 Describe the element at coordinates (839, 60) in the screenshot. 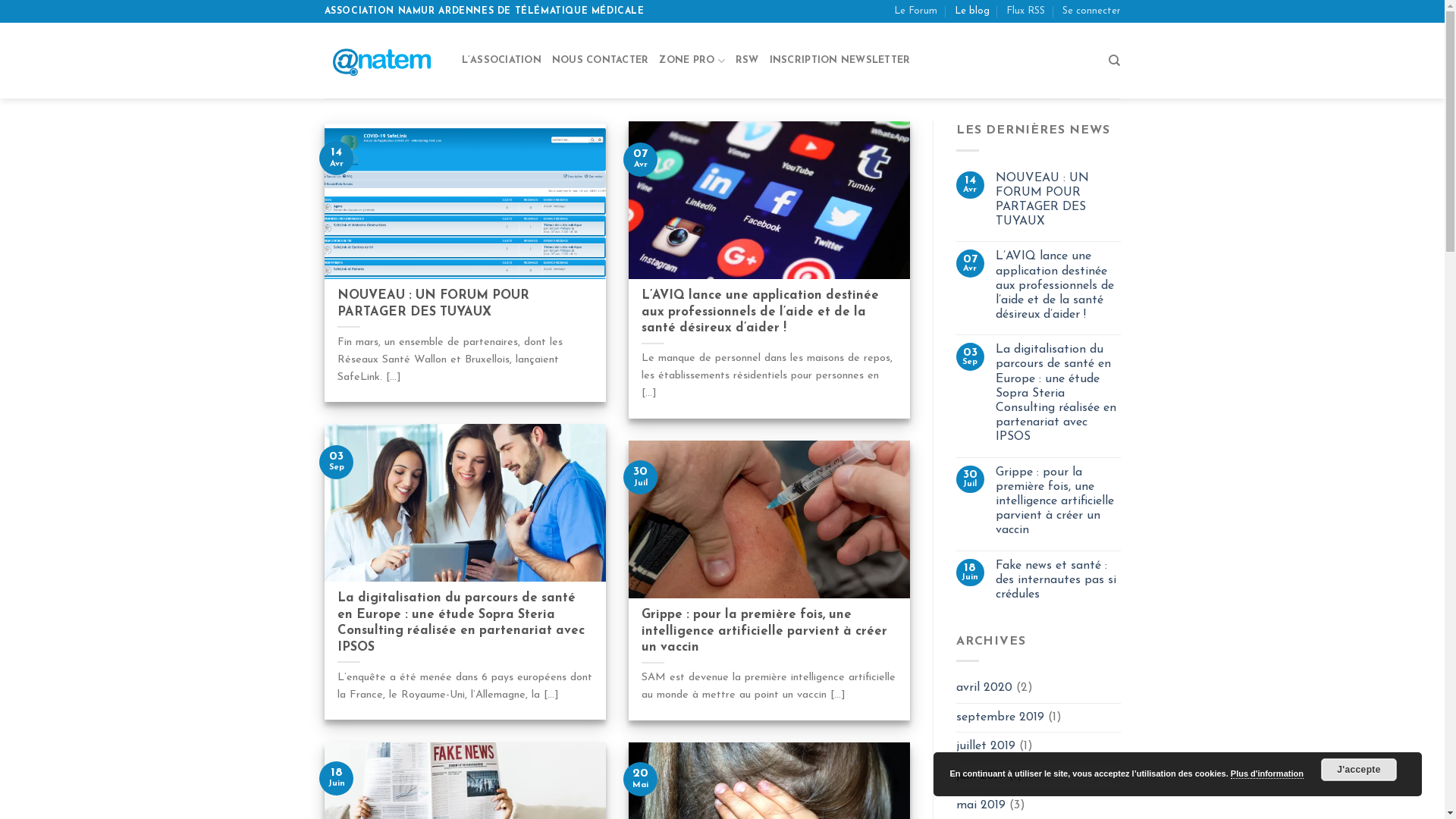

I see `'INSCRIPTION NEWSLETTER'` at that location.